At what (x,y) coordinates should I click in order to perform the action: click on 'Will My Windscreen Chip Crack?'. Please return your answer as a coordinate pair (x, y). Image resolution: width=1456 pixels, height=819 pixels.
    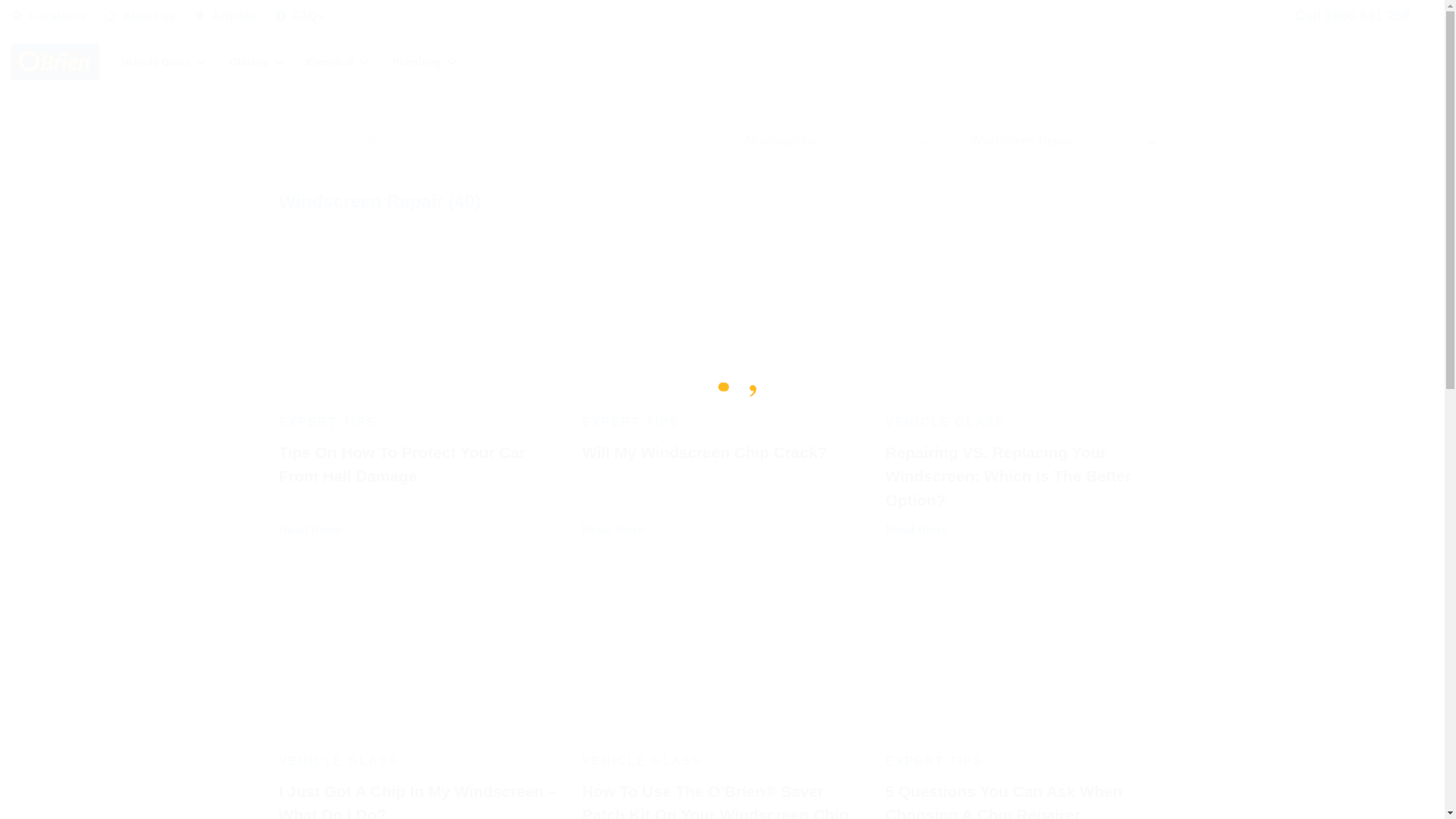
    Looking at the image, I should click on (703, 451).